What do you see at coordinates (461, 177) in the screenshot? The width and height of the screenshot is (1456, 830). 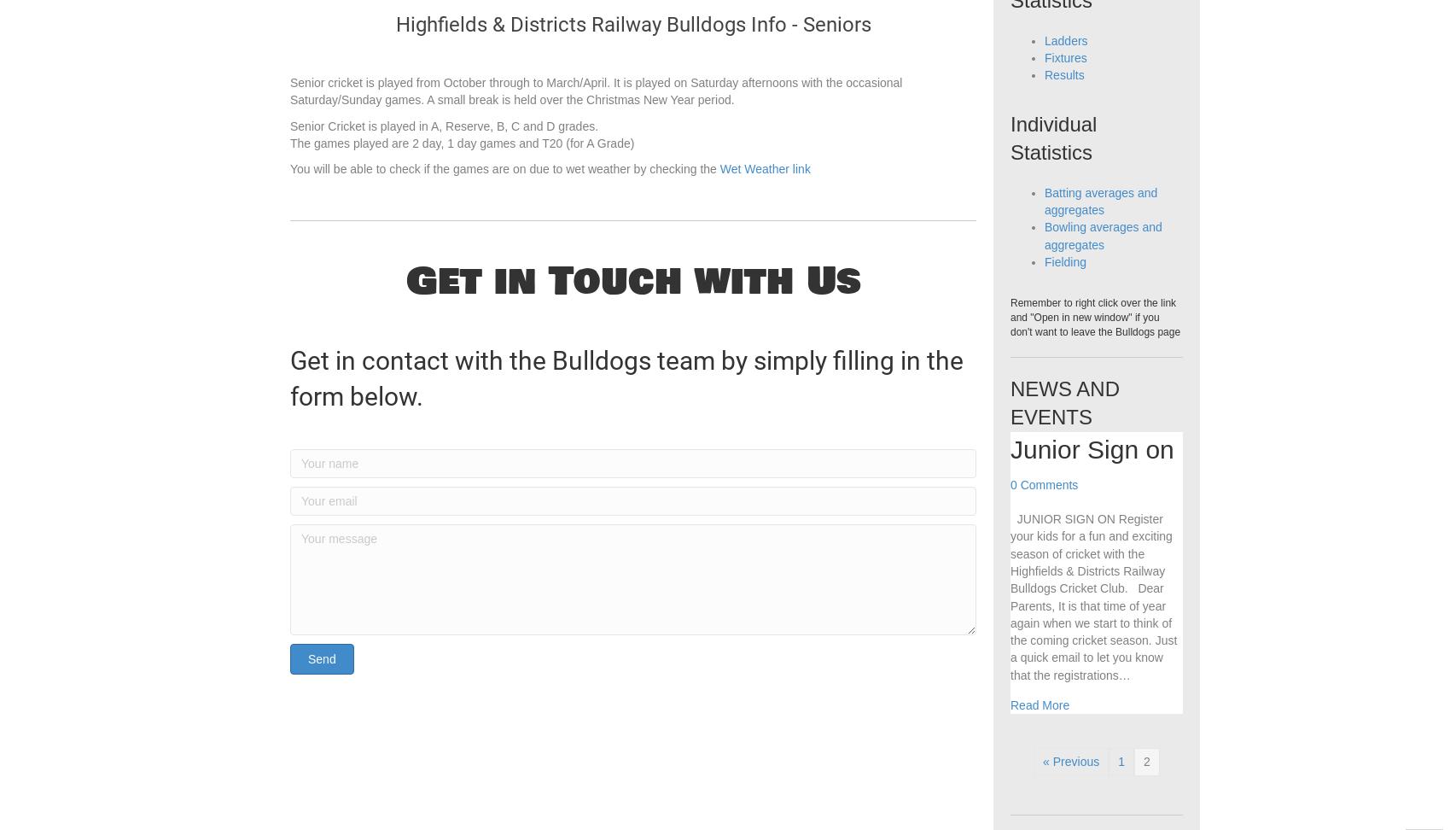 I see `'The games played are 2 day, 1 day games and T20 (for A Grade)'` at bounding box center [461, 177].